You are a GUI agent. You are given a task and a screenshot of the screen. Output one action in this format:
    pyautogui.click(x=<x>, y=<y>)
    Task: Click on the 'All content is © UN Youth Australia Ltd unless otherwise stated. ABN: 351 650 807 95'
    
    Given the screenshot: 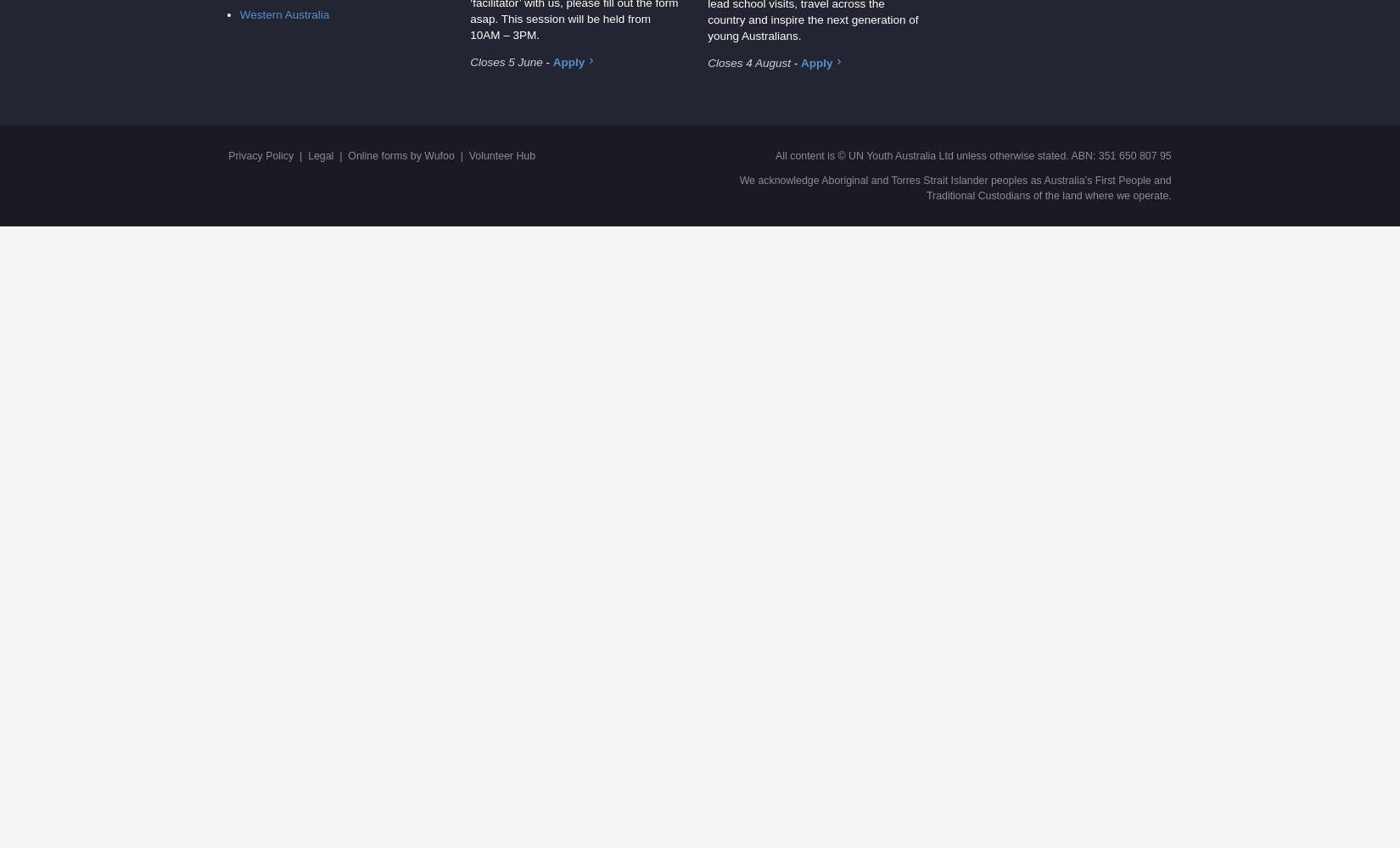 What is the action you would take?
    pyautogui.click(x=775, y=155)
    